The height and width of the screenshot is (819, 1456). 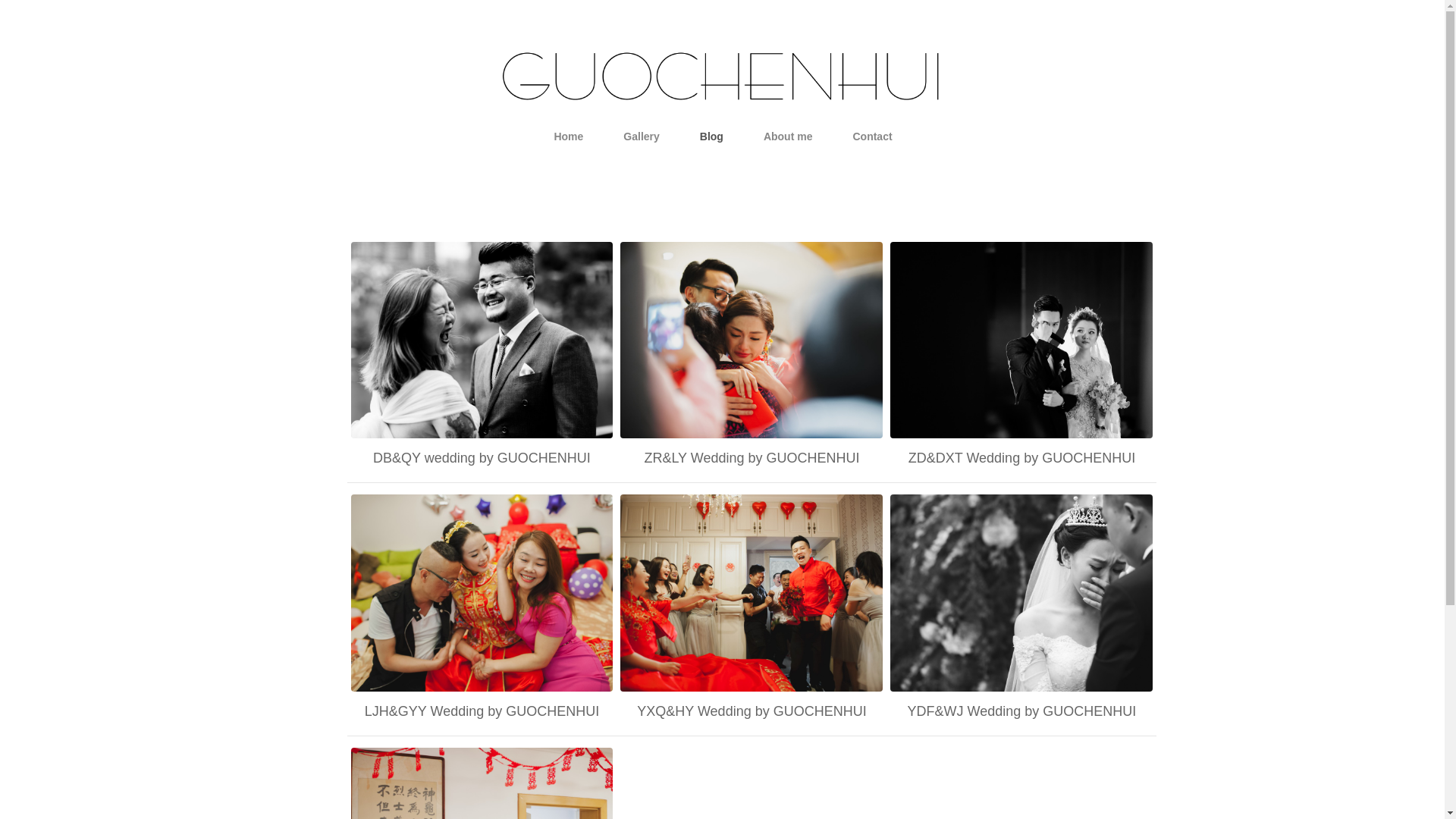 I want to click on 'Contact', so click(x=872, y=136).